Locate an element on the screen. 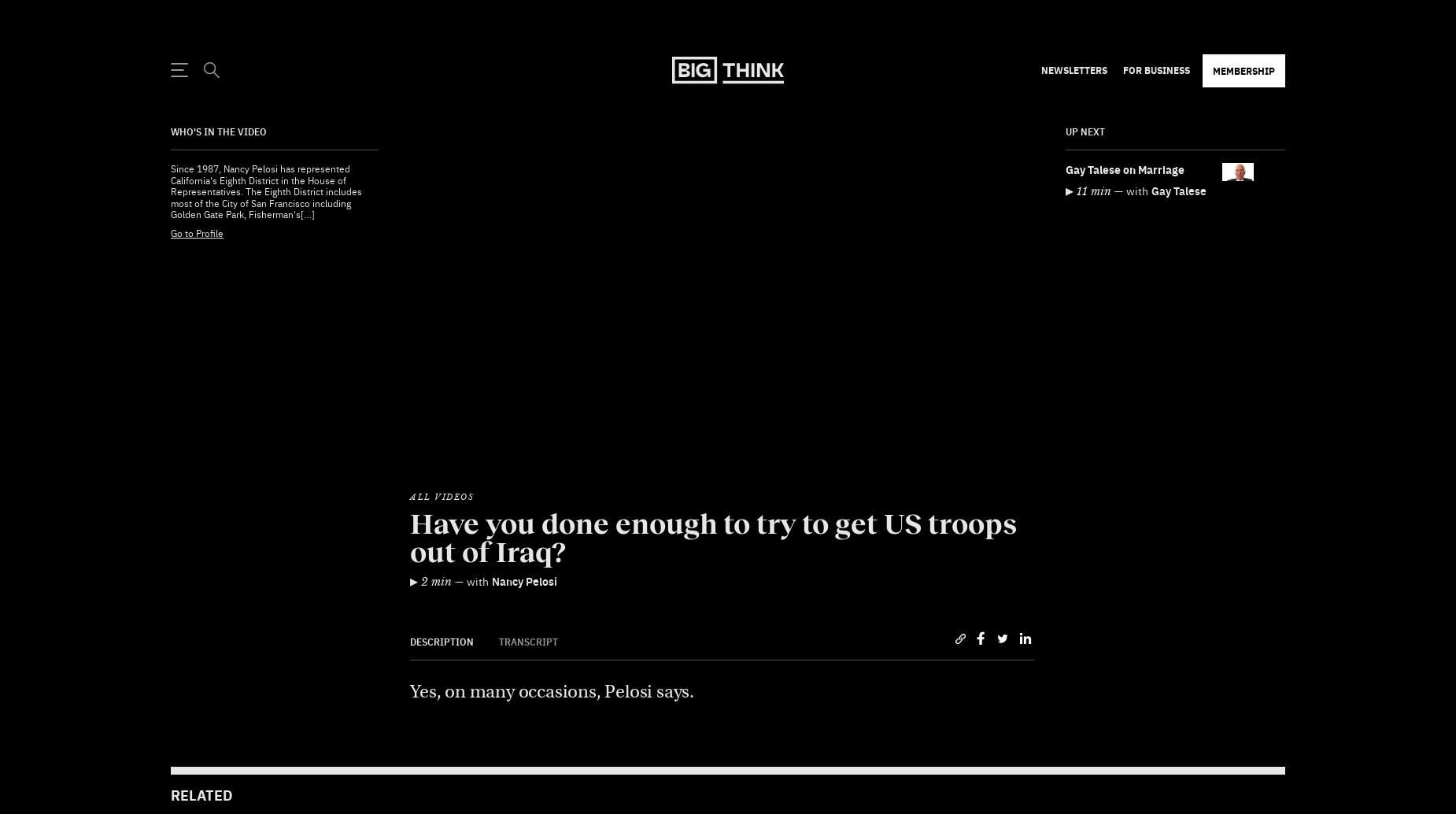 Image resolution: width=1456 pixels, height=814 pixels. 'Transcript' is located at coordinates (528, 602).